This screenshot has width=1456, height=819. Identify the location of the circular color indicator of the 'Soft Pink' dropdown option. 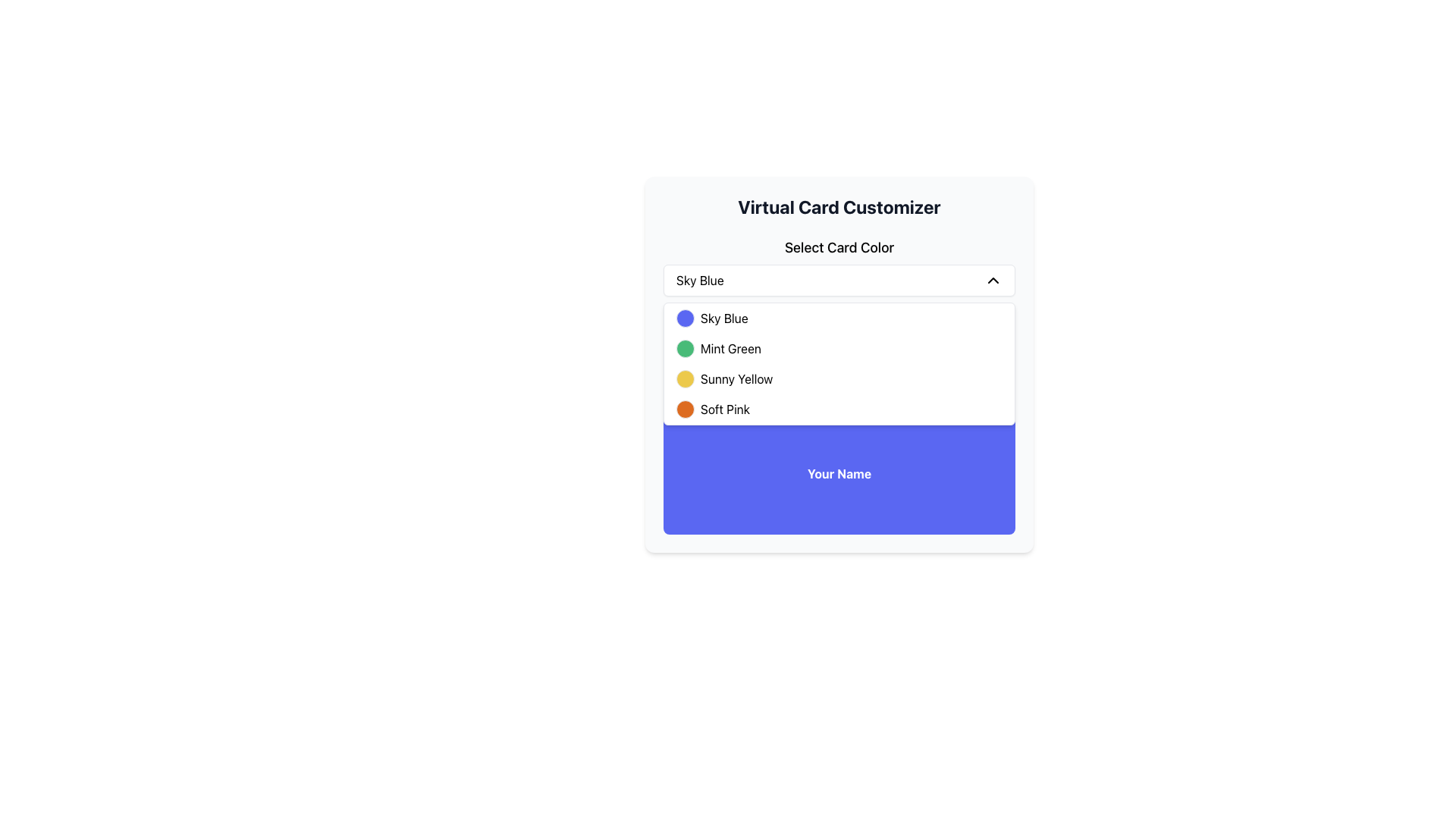
(839, 409).